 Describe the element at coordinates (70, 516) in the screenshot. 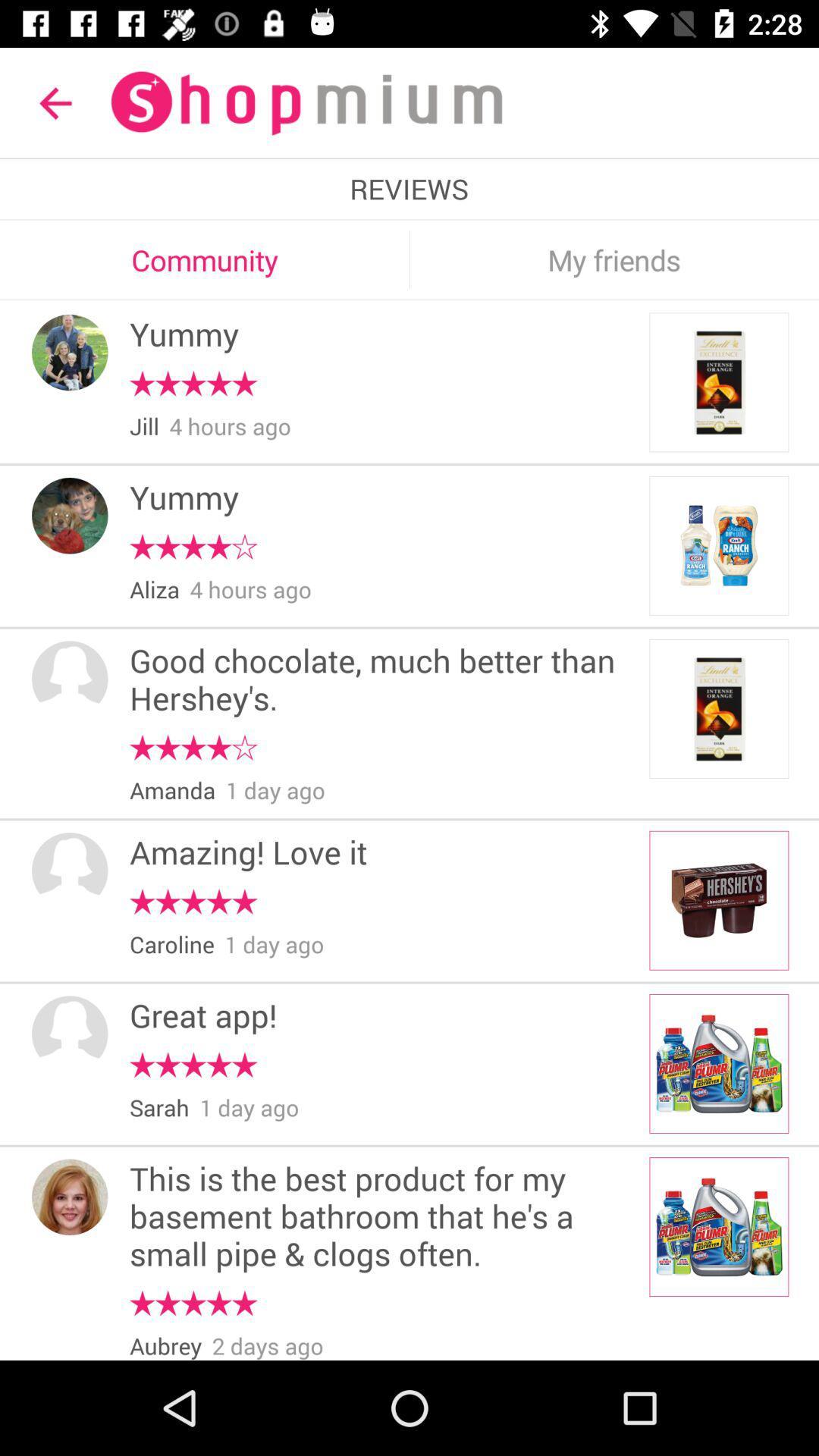

I see `item to the left of the yummy icon` at that location.